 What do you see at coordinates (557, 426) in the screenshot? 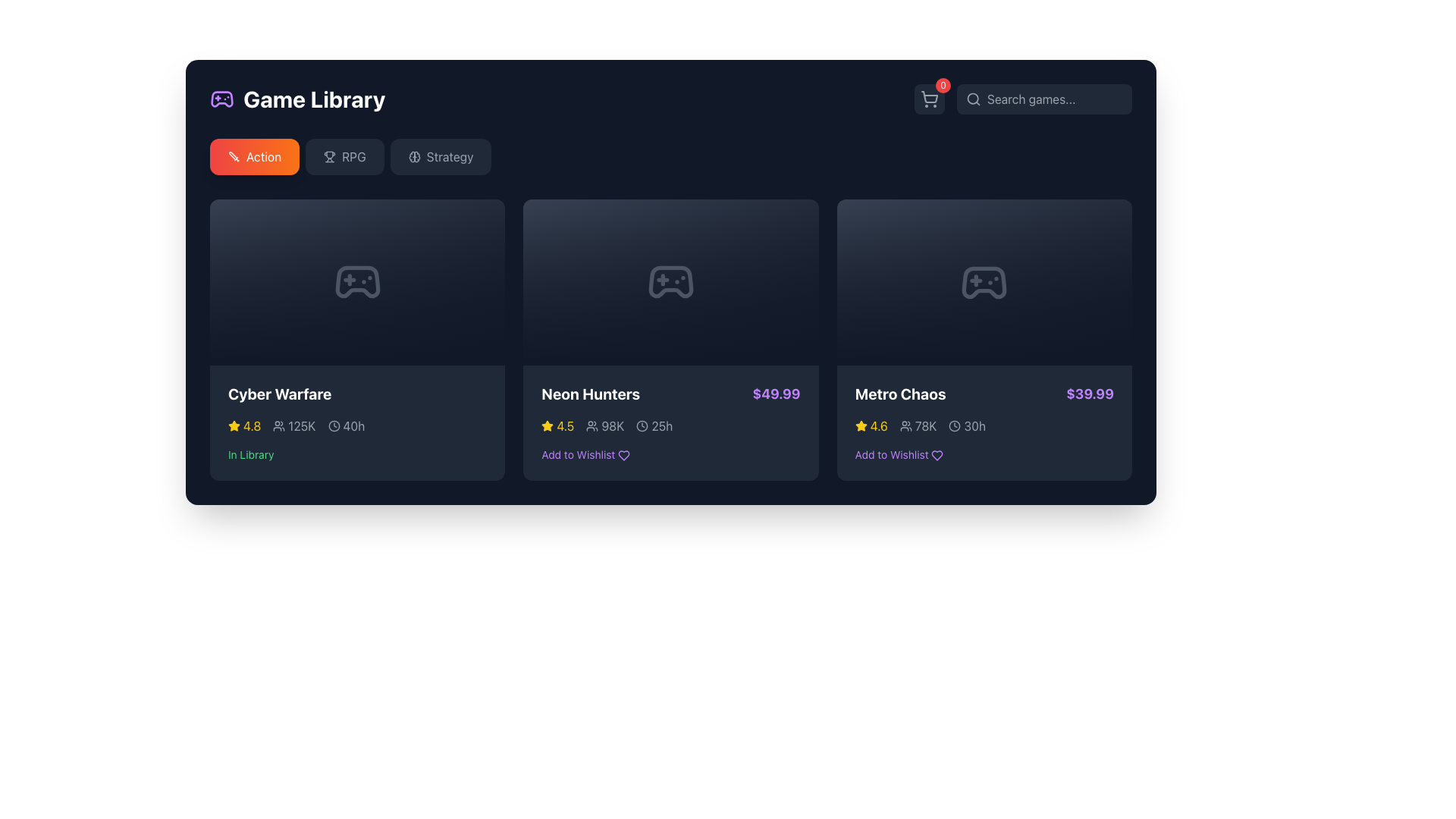
I see `the rating value displayed in the second content card from the left, located at the top of the card's metadata section, specifically on the left side in line with the game's title` at bounding box center [557, 426].